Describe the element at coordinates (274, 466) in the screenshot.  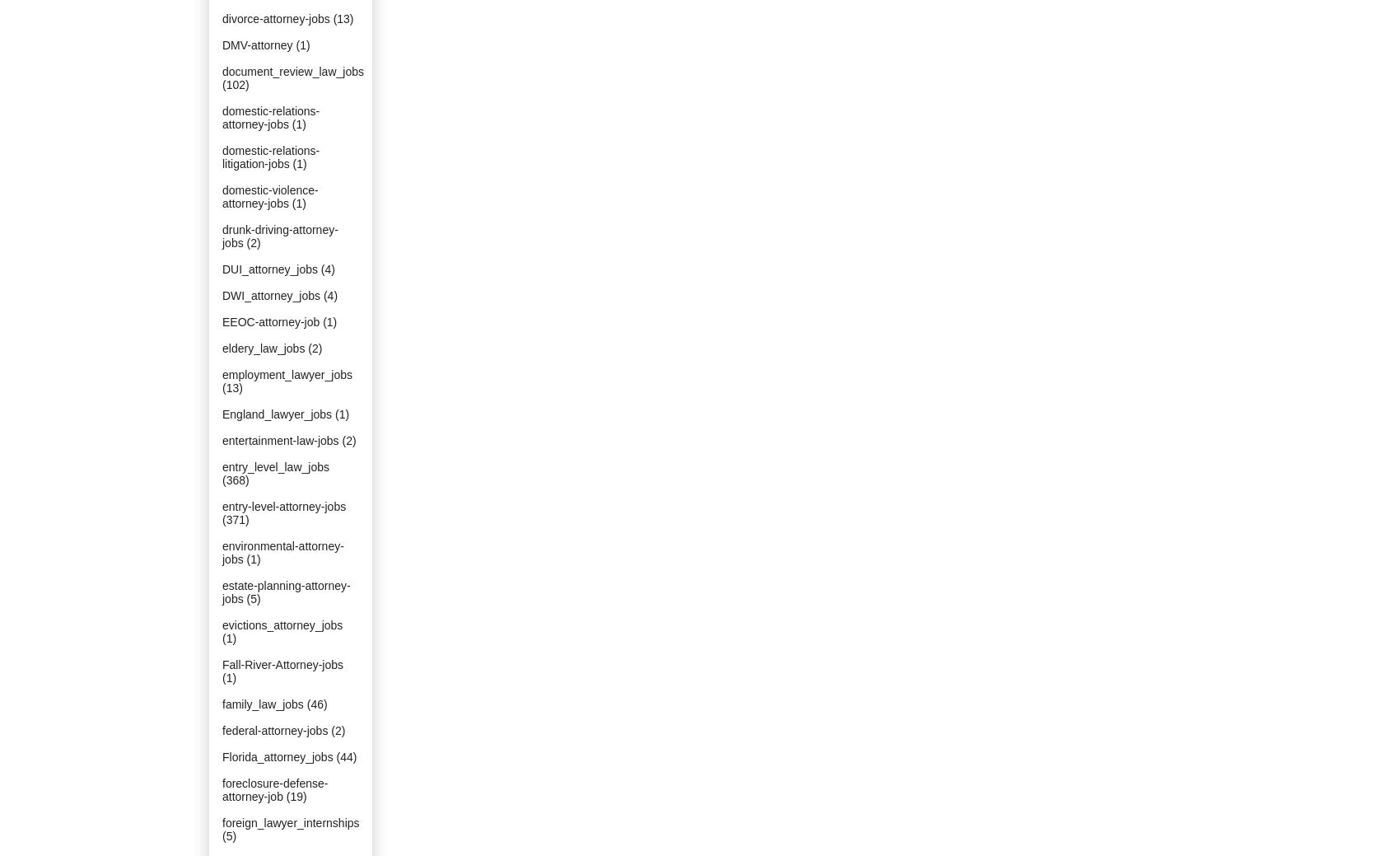
I see `'entry_level_law_jobs'` at that location.